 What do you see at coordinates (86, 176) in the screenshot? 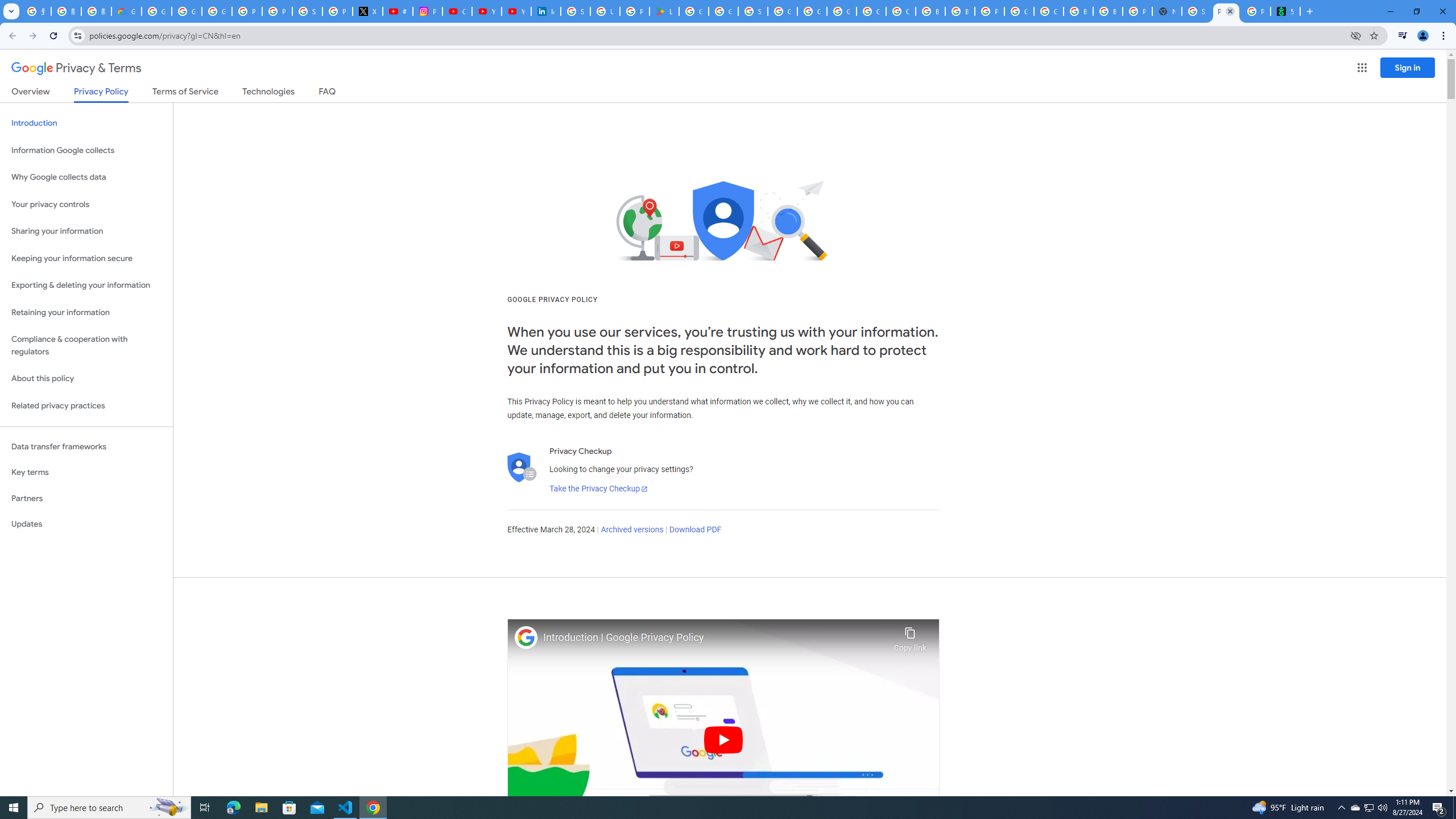
I see `'Why Google collects data'` at bounding box center [86, 176].